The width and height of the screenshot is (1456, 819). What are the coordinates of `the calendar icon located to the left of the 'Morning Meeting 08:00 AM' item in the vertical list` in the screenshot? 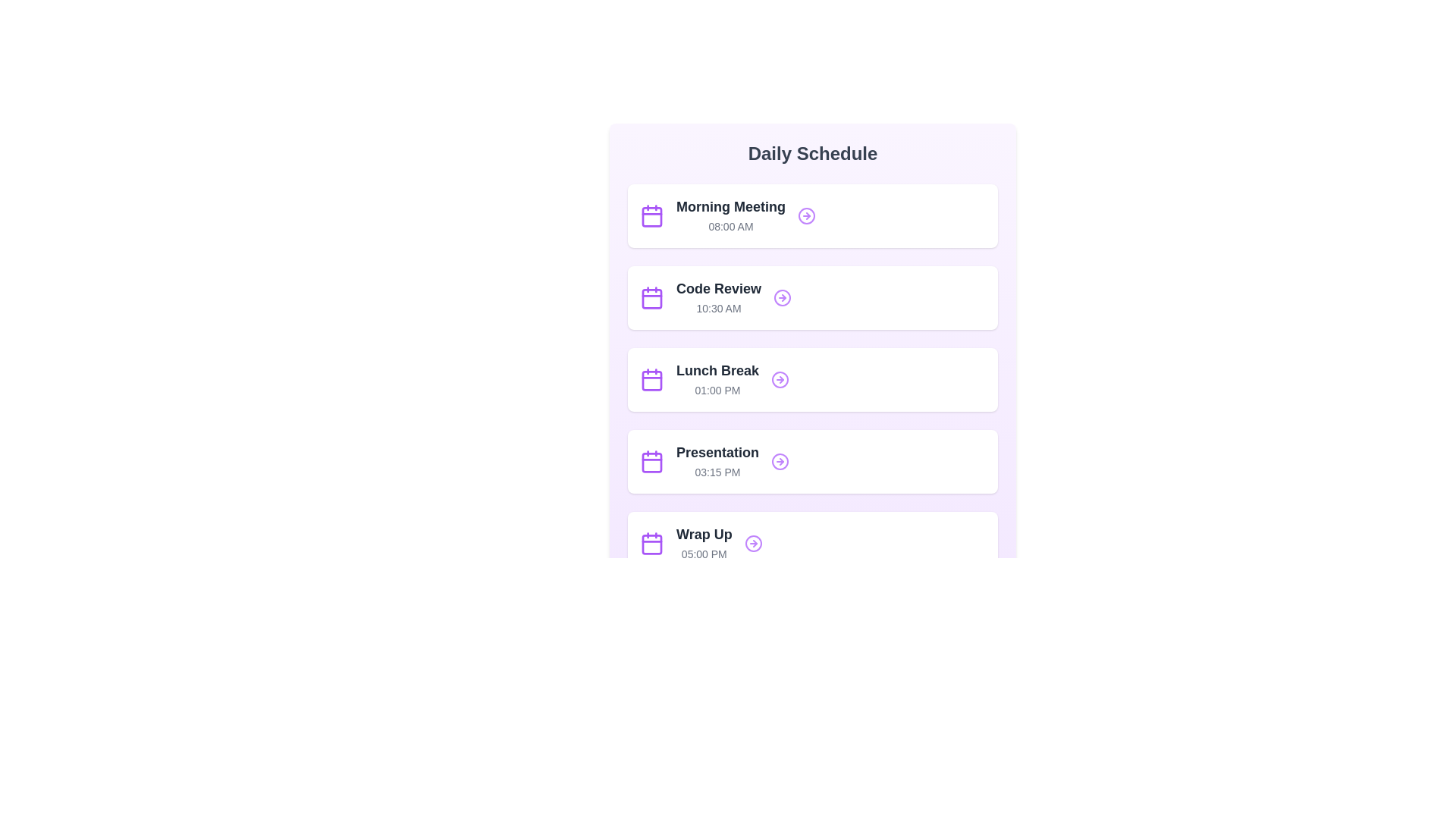 It's located at (651, 216).